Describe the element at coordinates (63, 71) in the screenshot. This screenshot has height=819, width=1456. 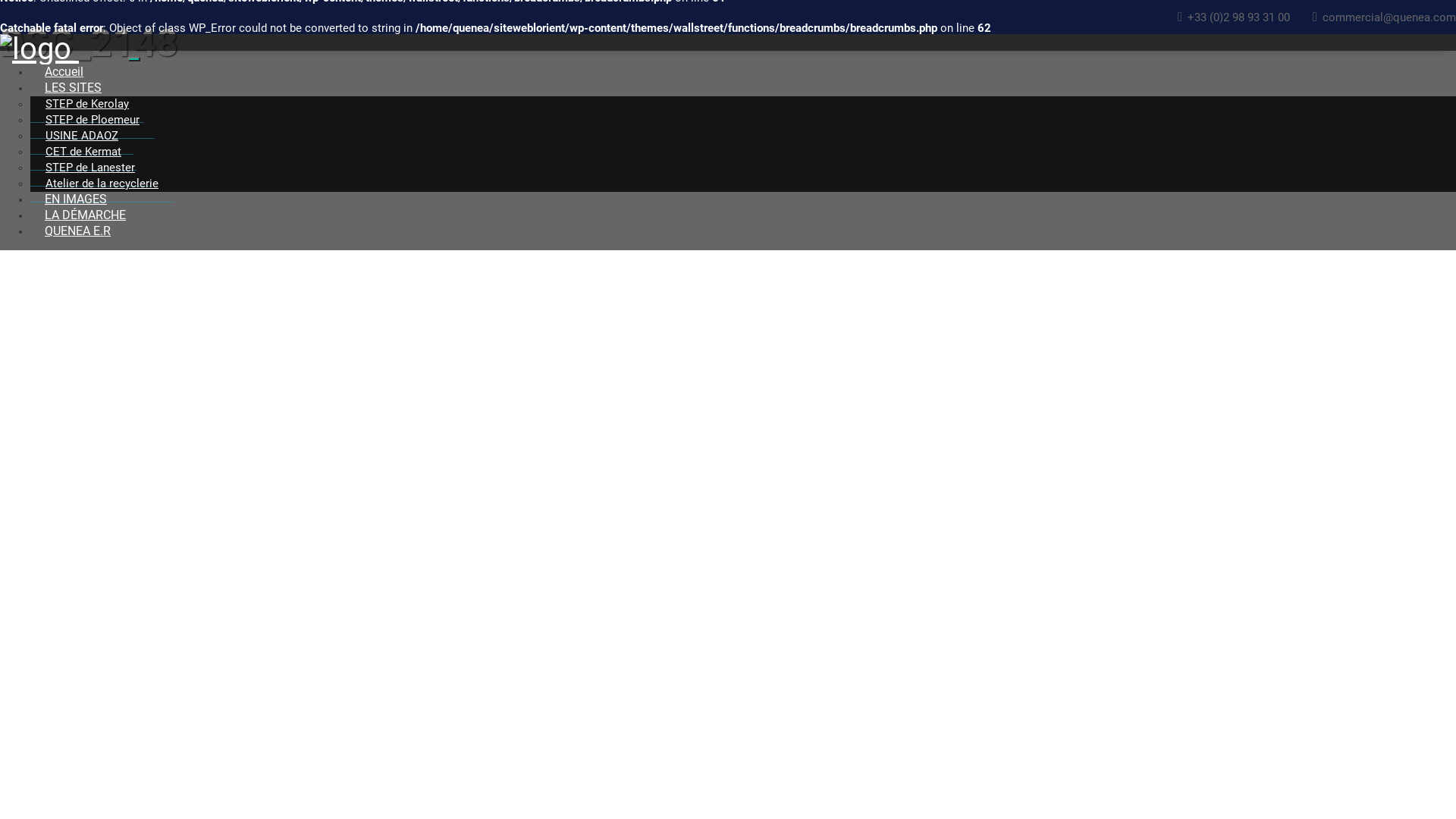
I see `'Accueil'` at that location.